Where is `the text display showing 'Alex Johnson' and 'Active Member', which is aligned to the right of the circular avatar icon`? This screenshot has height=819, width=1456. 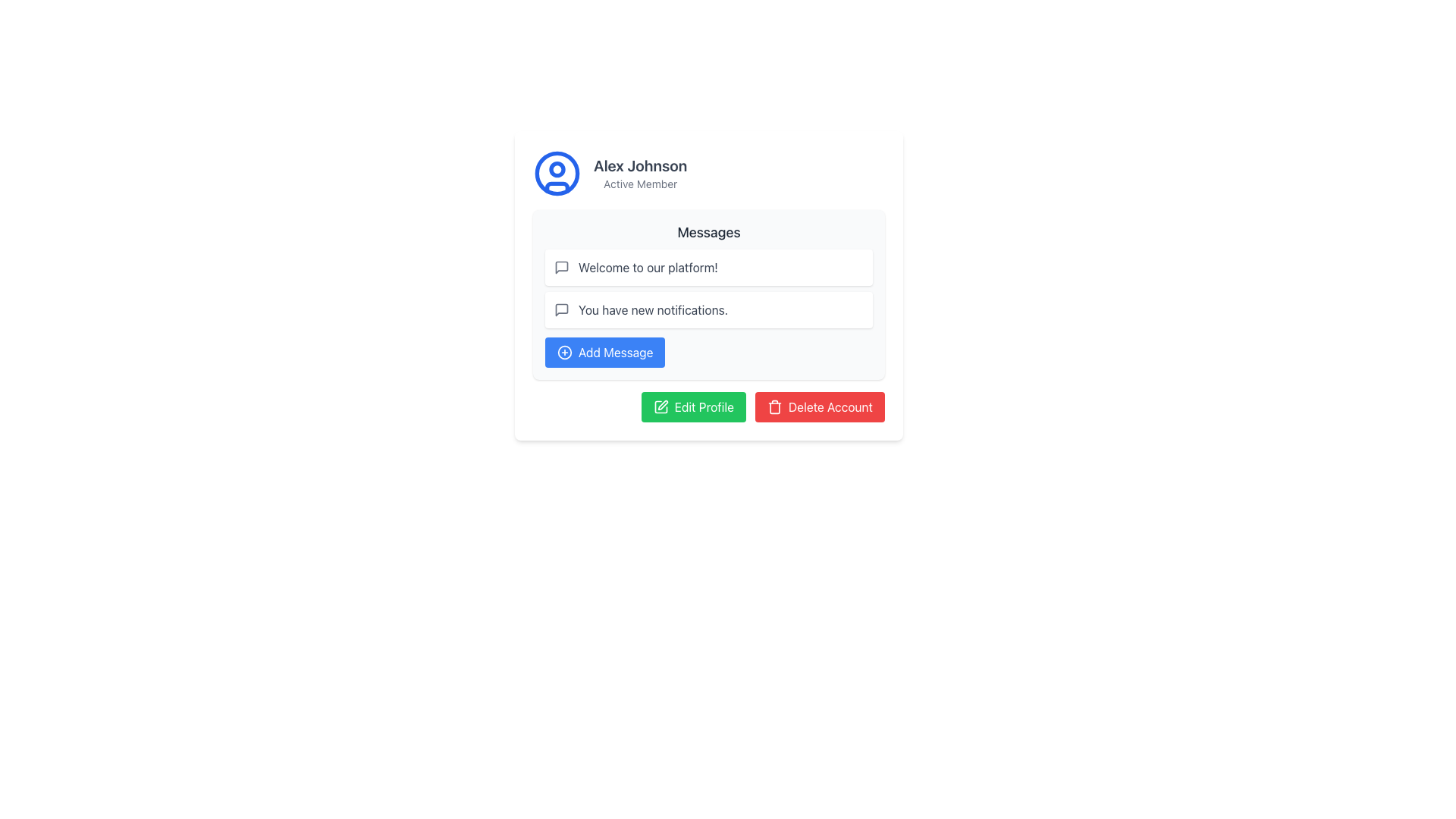
the text display showing 'Alex Johnson' and 'Active Member', which is aligned to the right of the circular avatar icon is located at coordinates (640, 172).